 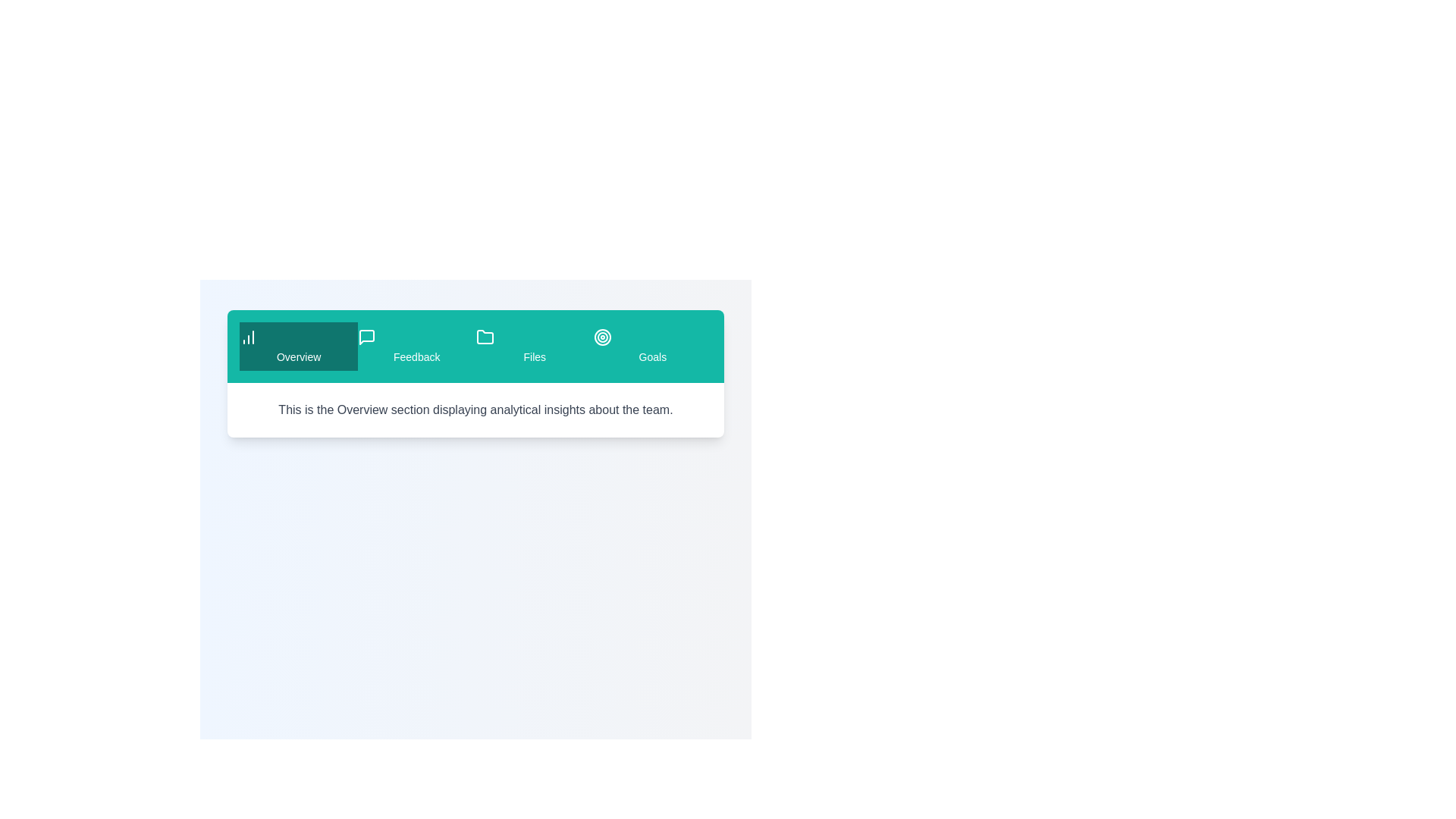 I want to click on the Files tab to switch to its content, so click(x=535, y=346).